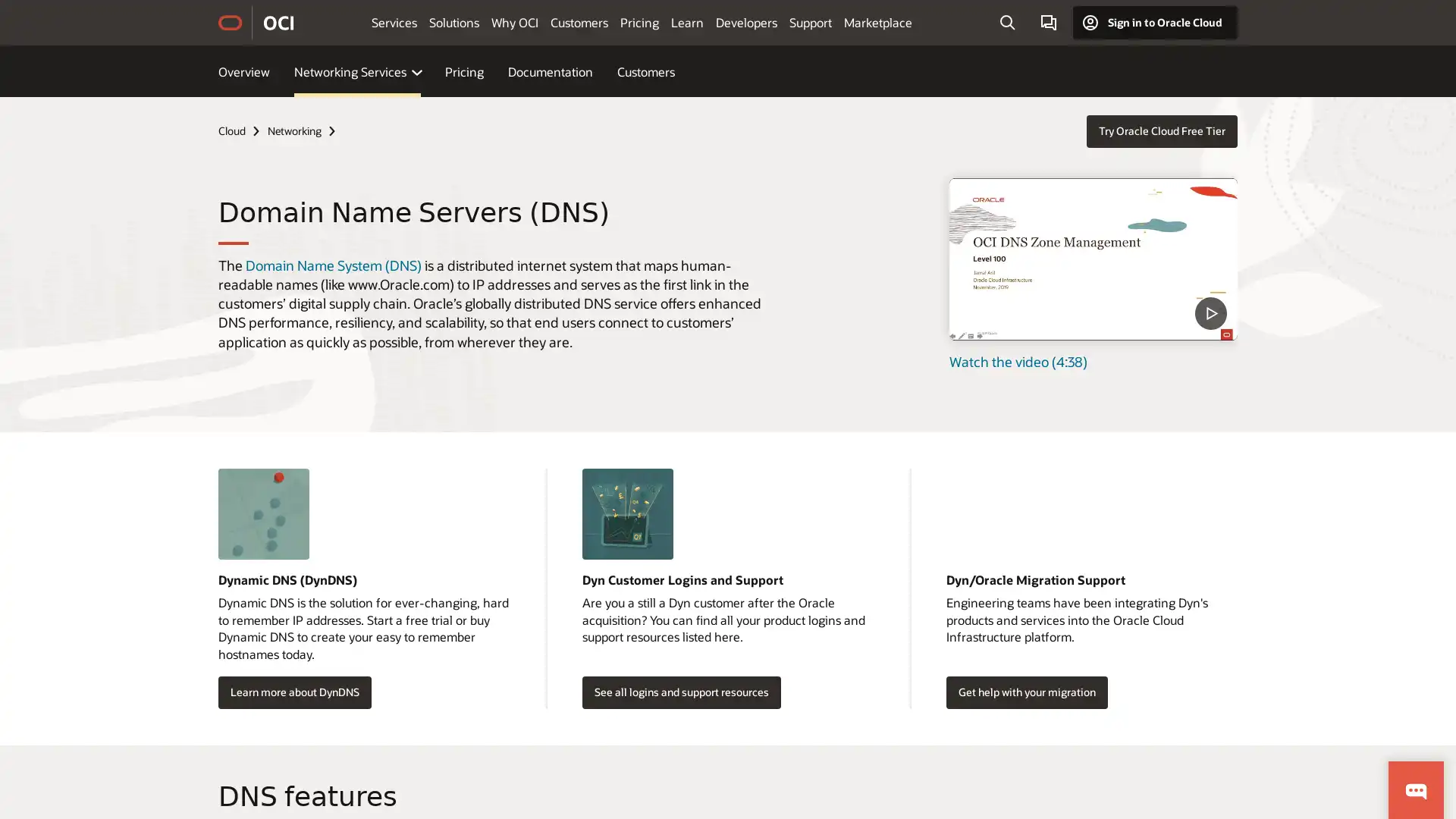 Image resolution: width=1456 pixels, height=819 pixels. What do you see at coordinates (810, 22) in the screenshot?
I see `Support` at bounding box center [810, 22].